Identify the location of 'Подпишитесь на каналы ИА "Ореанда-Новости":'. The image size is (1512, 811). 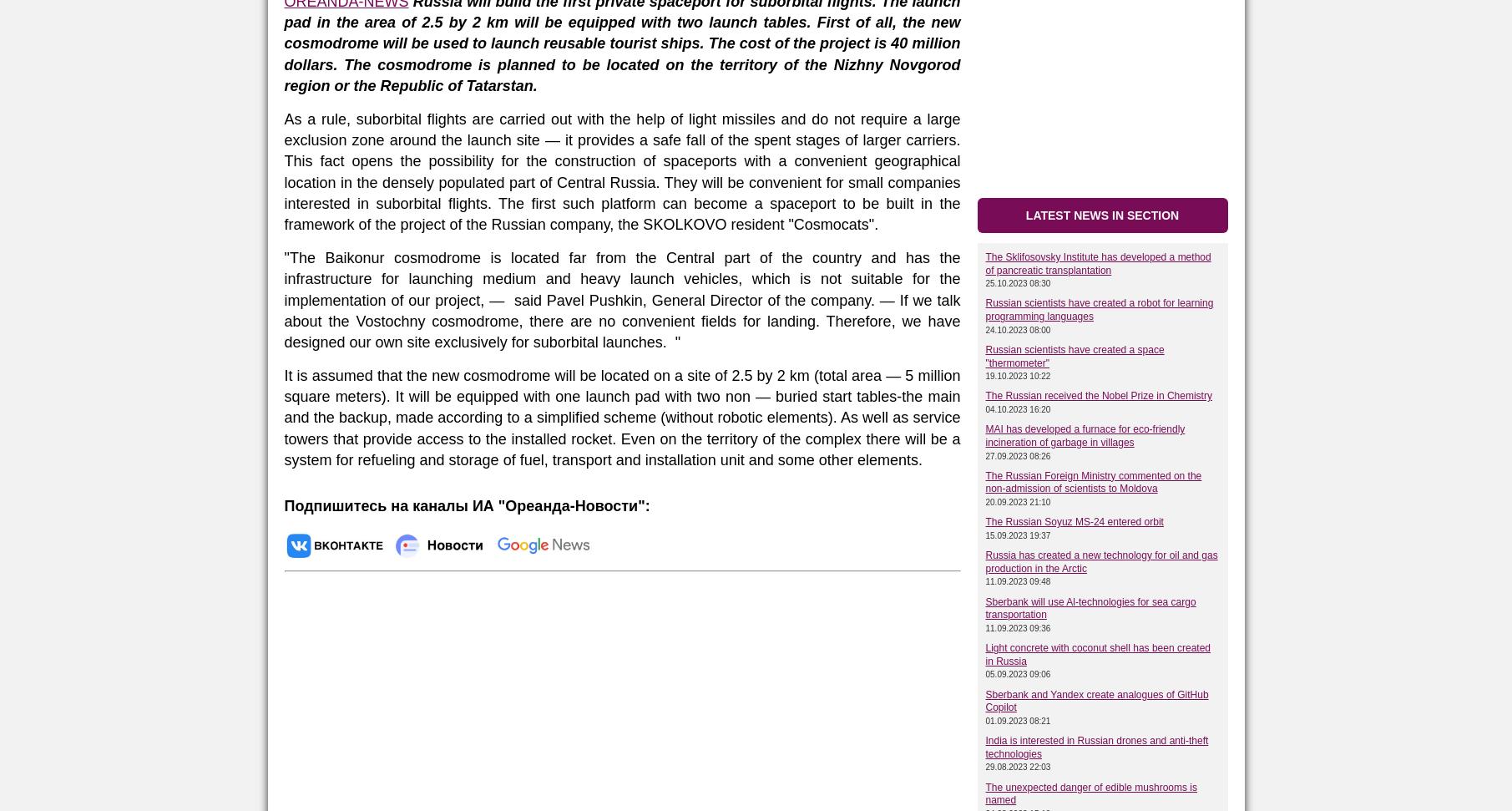
(466, 505).